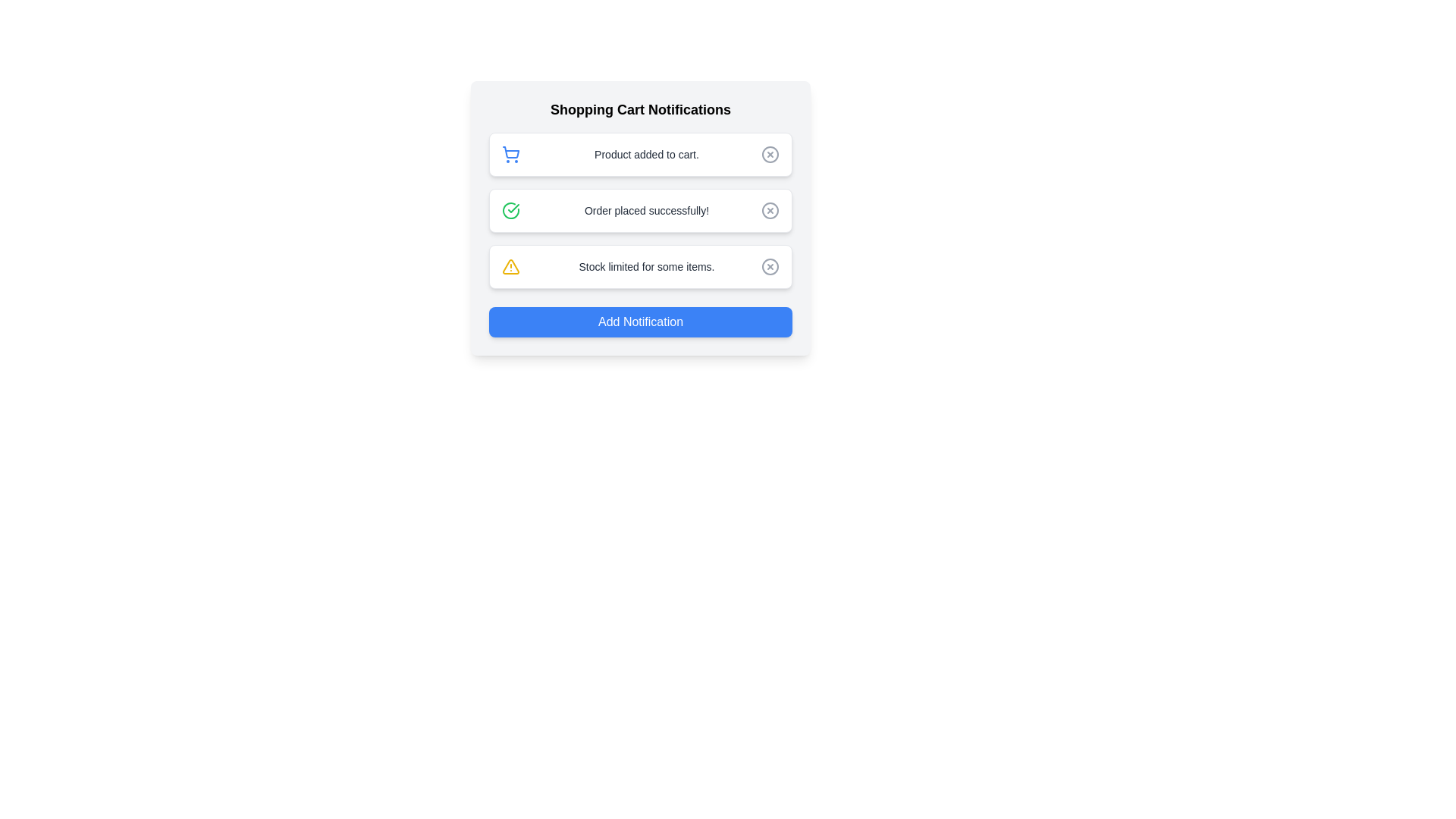  I want to click on the stock limitation alert icon located to the left of the text 'Stock limited for some items.' within the notification card, which is the third notification under 'Shopping Cart Notifications.', so click(510, 265).